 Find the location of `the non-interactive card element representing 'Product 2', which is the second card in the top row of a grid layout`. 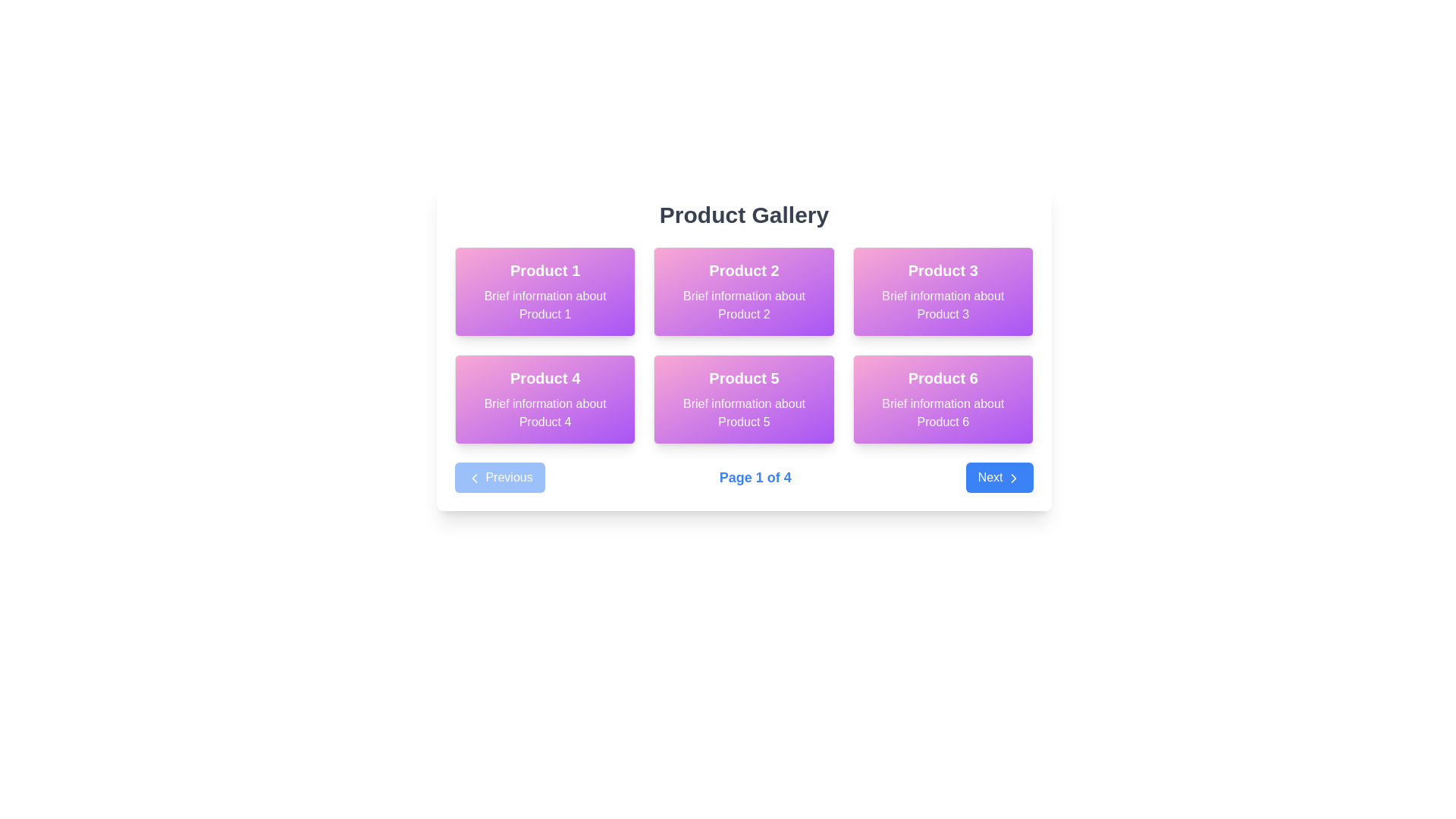

the non-interactive card element representing 'Product 2', which is the second card in the top row of a grid layout is located at coordinates (744, 292).